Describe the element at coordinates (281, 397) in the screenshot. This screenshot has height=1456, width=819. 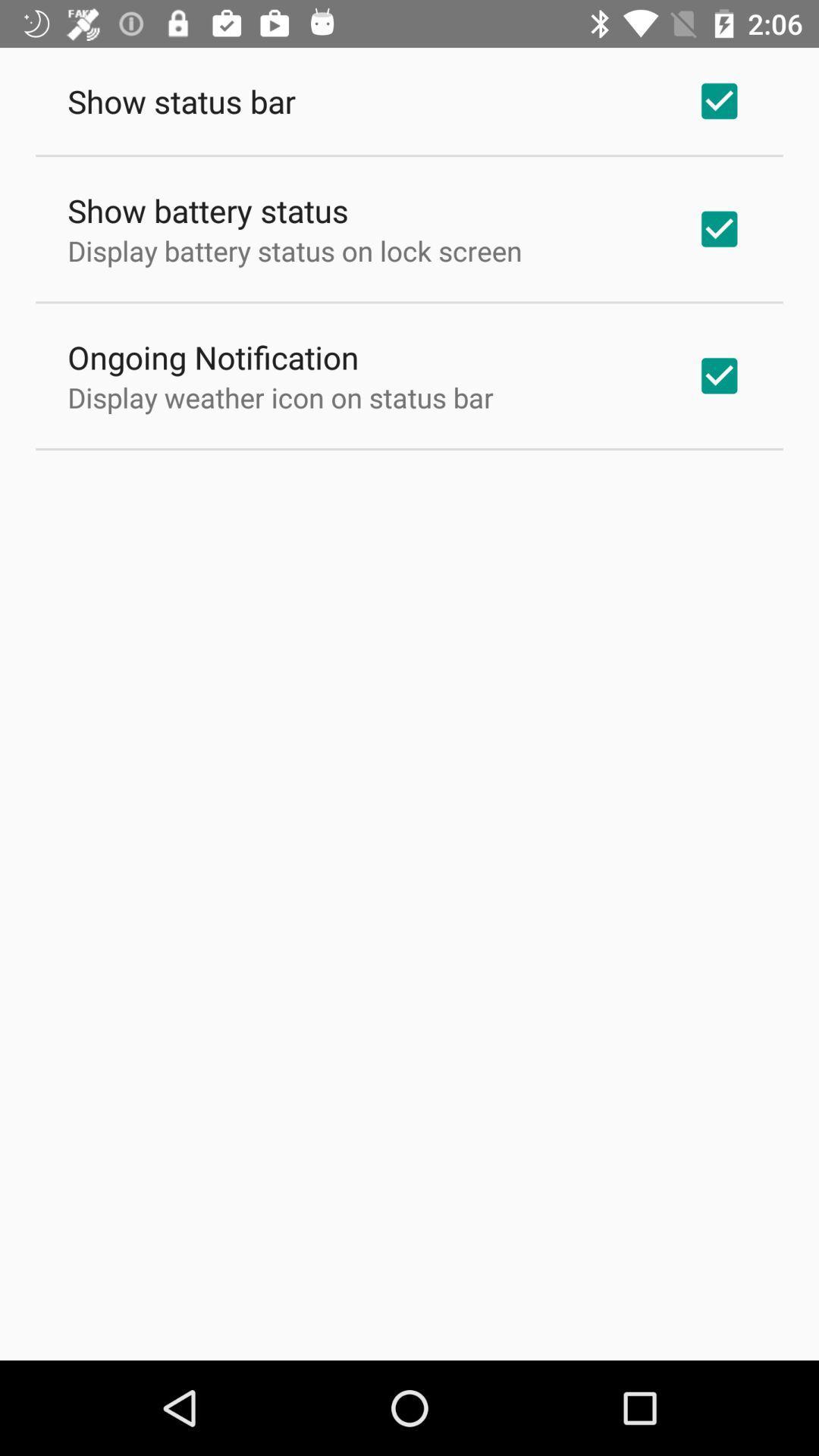
I see `display weather icon` at that location.